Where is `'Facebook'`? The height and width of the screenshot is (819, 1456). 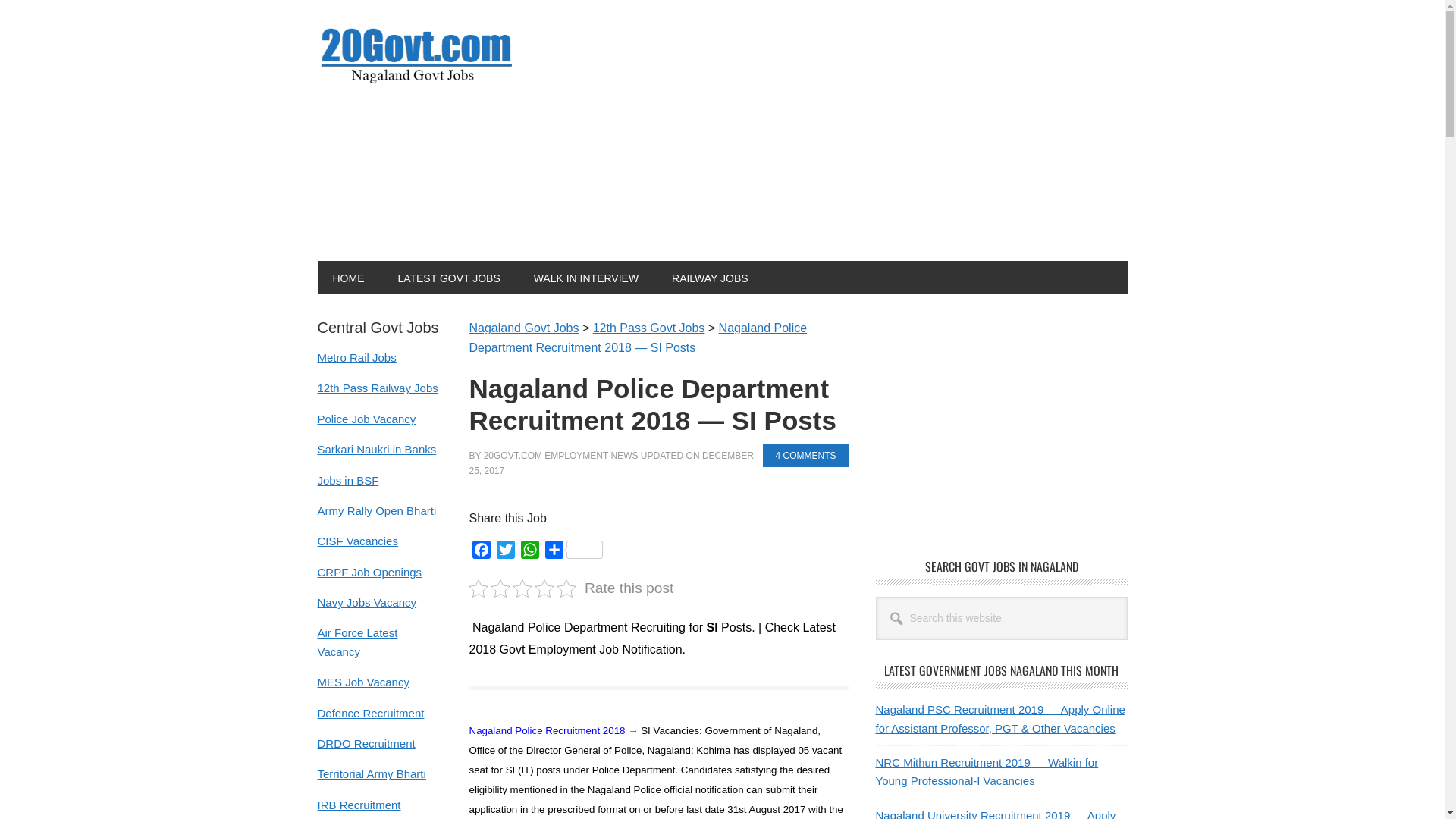
'Facebook' is located at coordinates (479, 552).